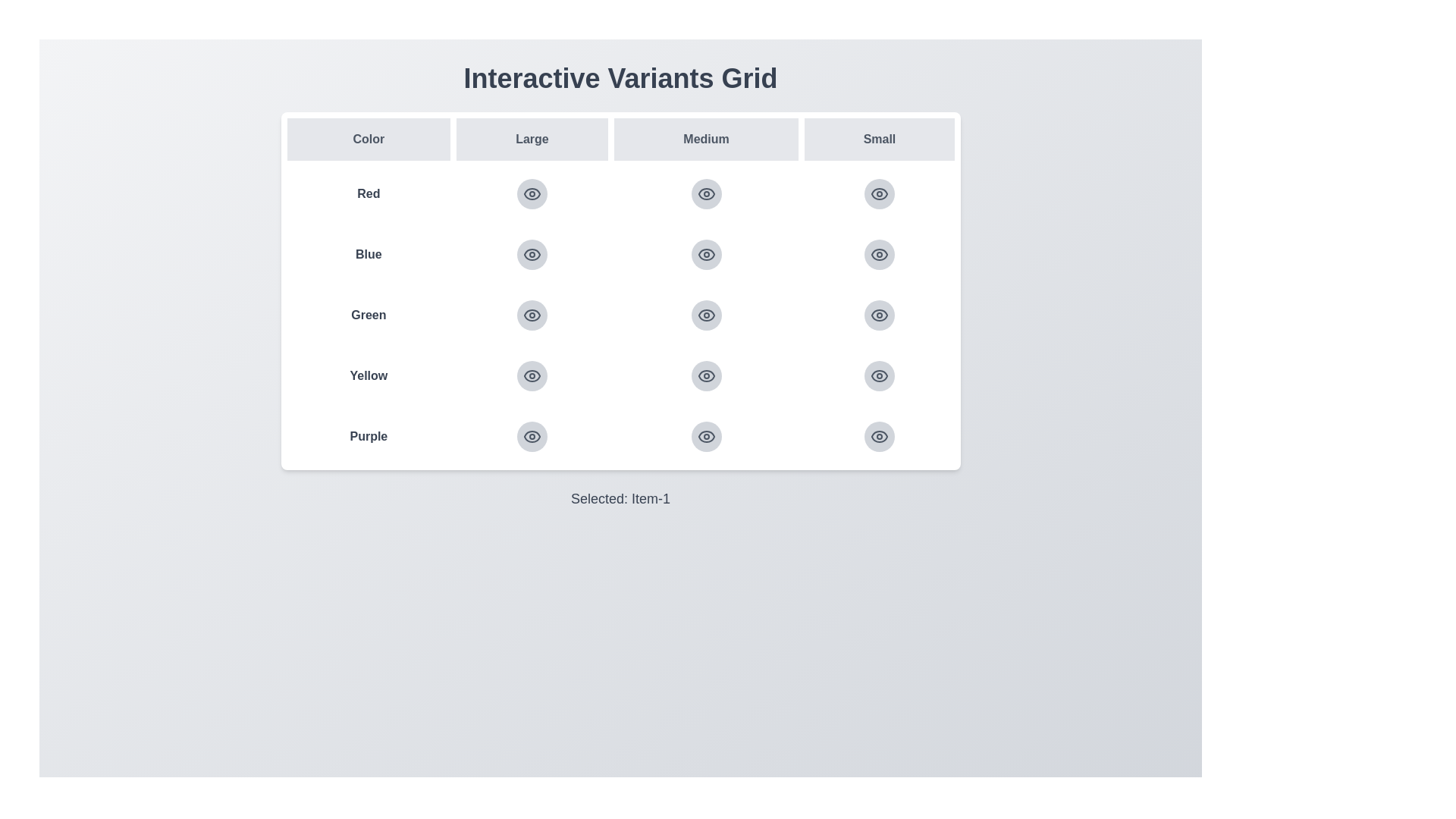 The width and height of the screenshot is (1456, 819). What do you see at coordinates (880, 375) in the screenshot?
I see `the circular gray button with a central eye icon located in the last column of the grid layout under the 'Small' label and in the fourth row of the 'Yellow' category` at bounding box center [880, 375].